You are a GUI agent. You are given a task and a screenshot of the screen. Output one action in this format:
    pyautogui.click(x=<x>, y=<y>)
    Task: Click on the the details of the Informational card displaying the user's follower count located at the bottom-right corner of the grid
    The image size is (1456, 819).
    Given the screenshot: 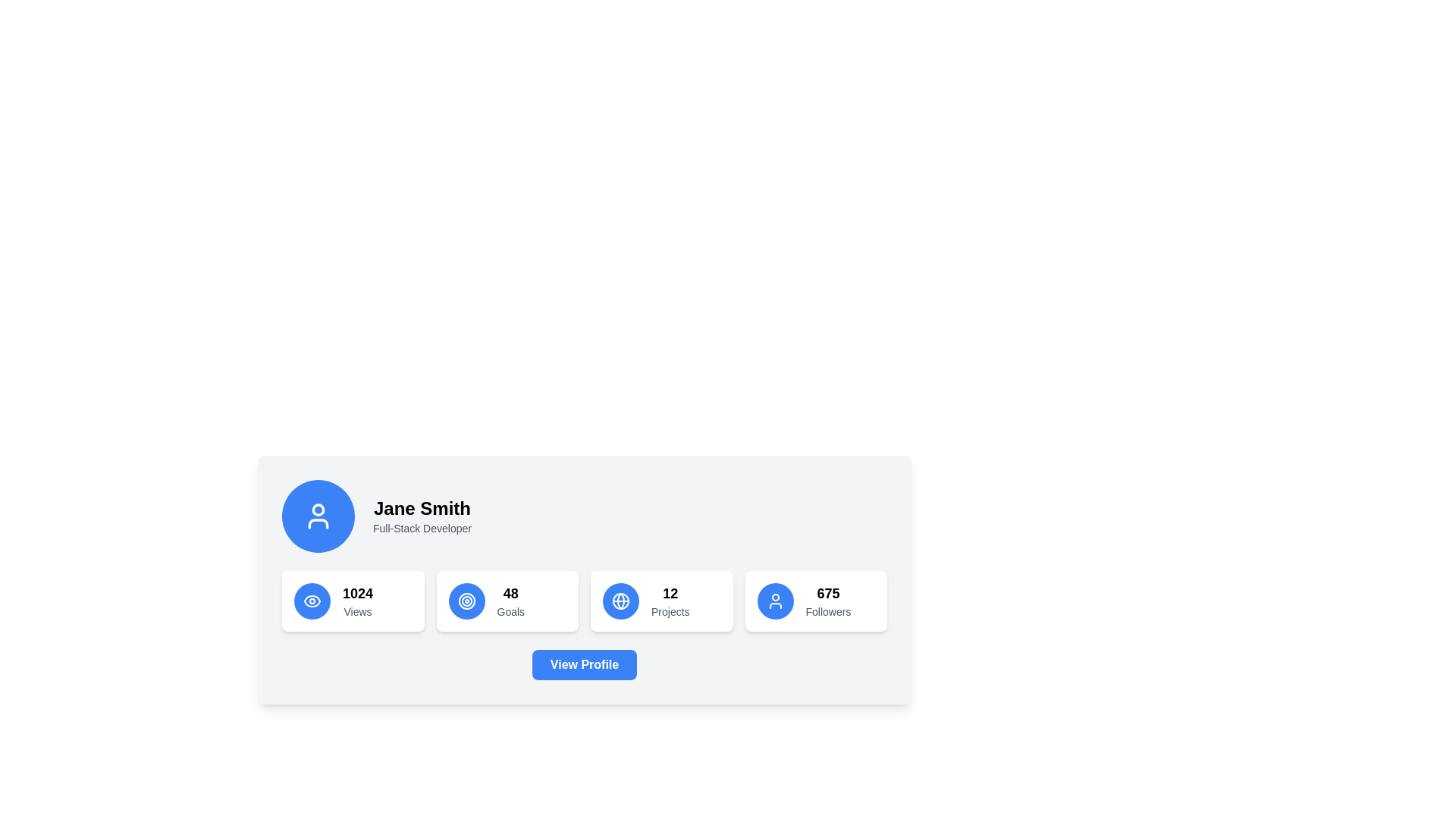 What is the action you would take?
    pyautogui.click(x=815, y=601)
    